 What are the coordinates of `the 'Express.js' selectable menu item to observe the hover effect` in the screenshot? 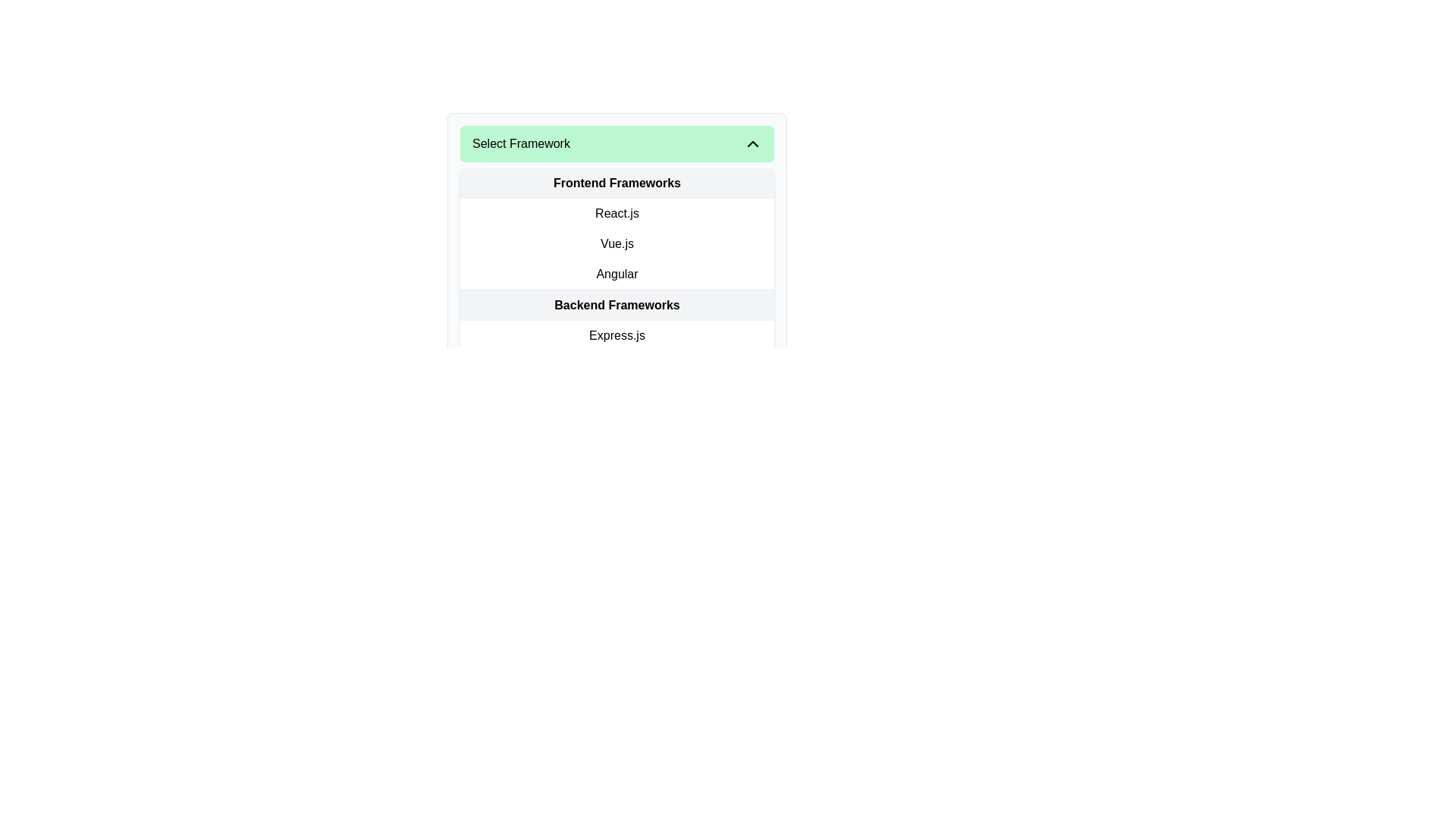 It's located at (617, 335).